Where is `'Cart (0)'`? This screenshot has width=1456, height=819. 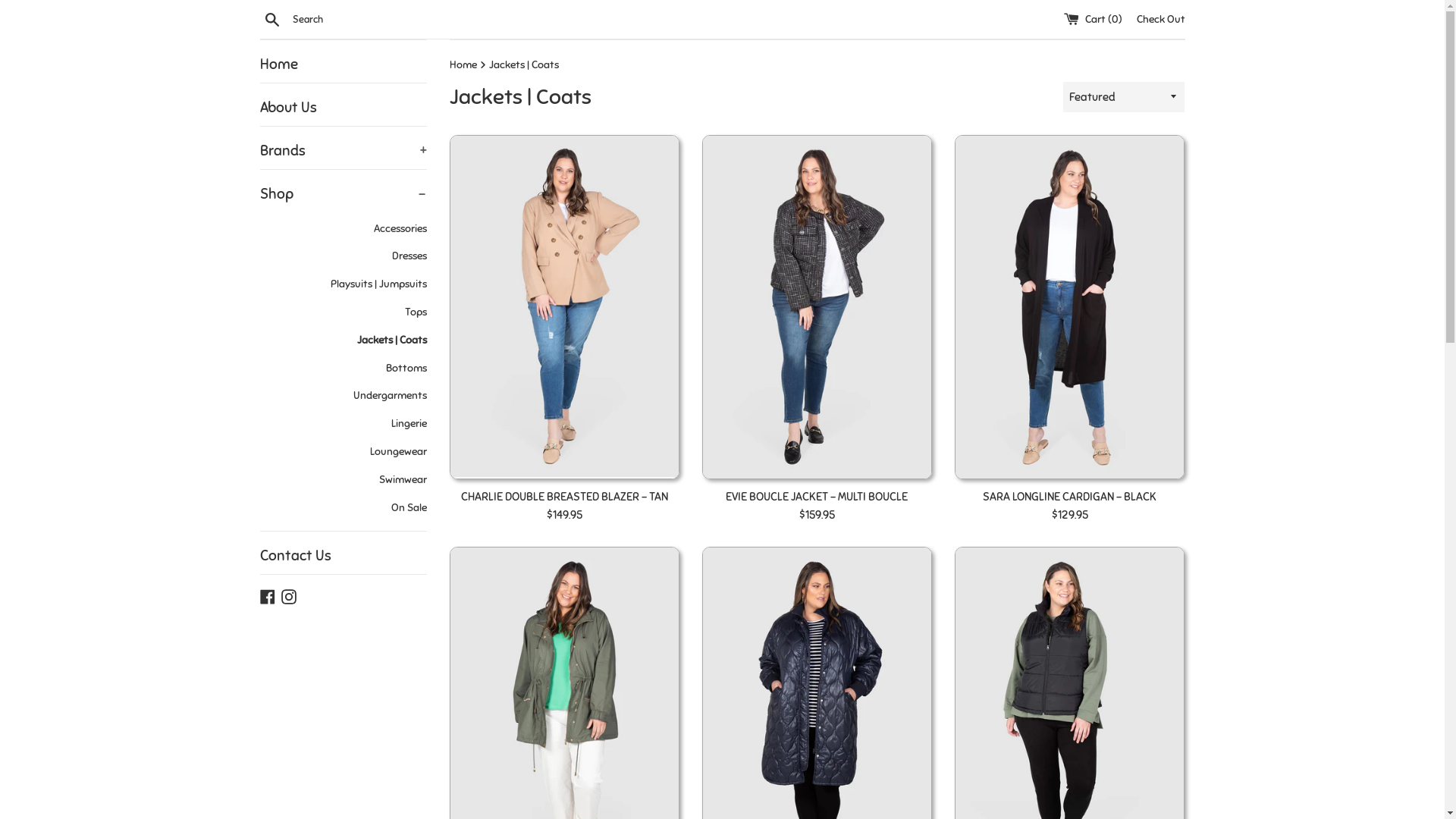
'Cart (0)' is located at coordinates (1062, 18).